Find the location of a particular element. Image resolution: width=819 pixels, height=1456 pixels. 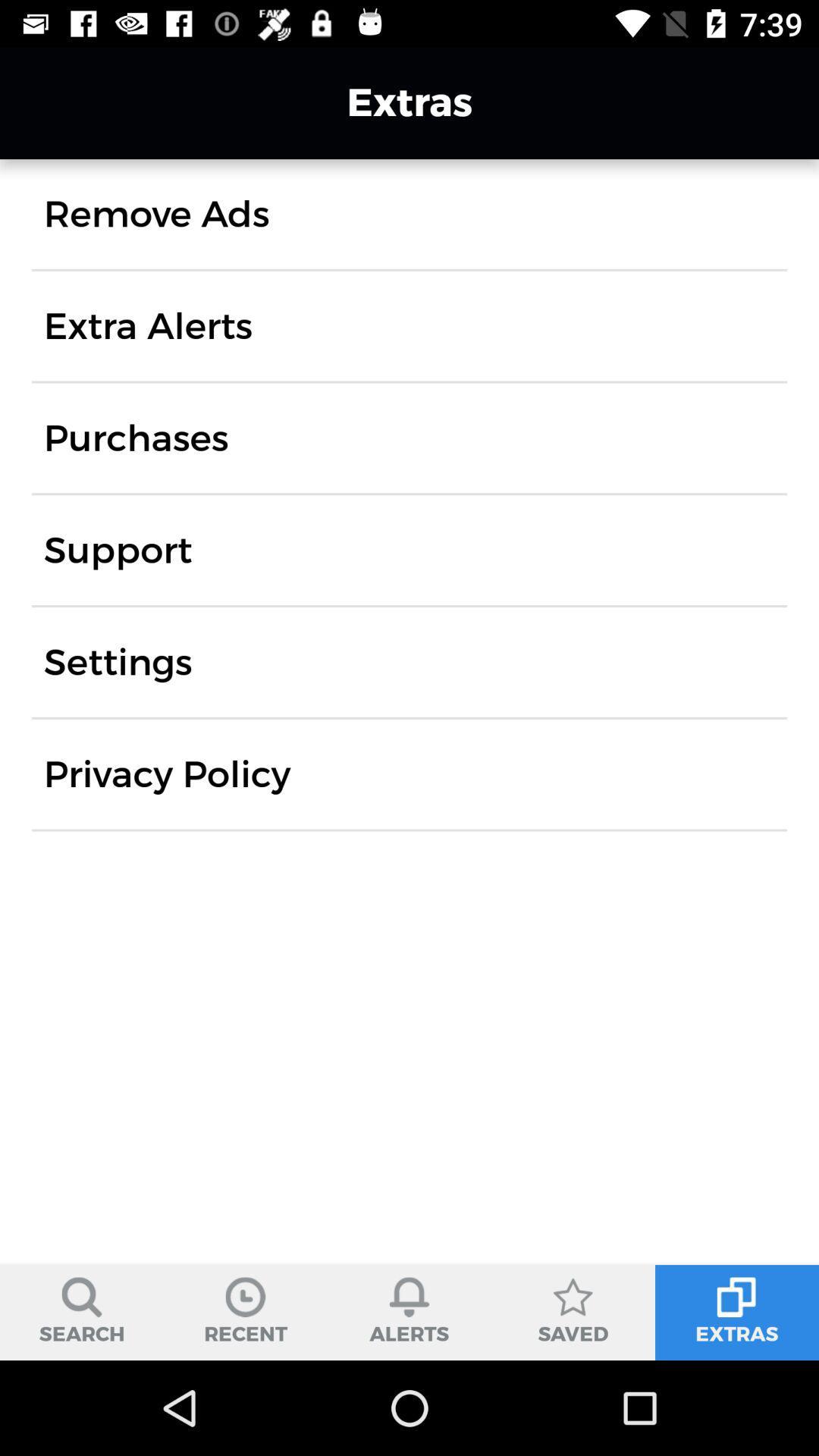

icon below extra alerts icon is located at coordinates (135, 437).